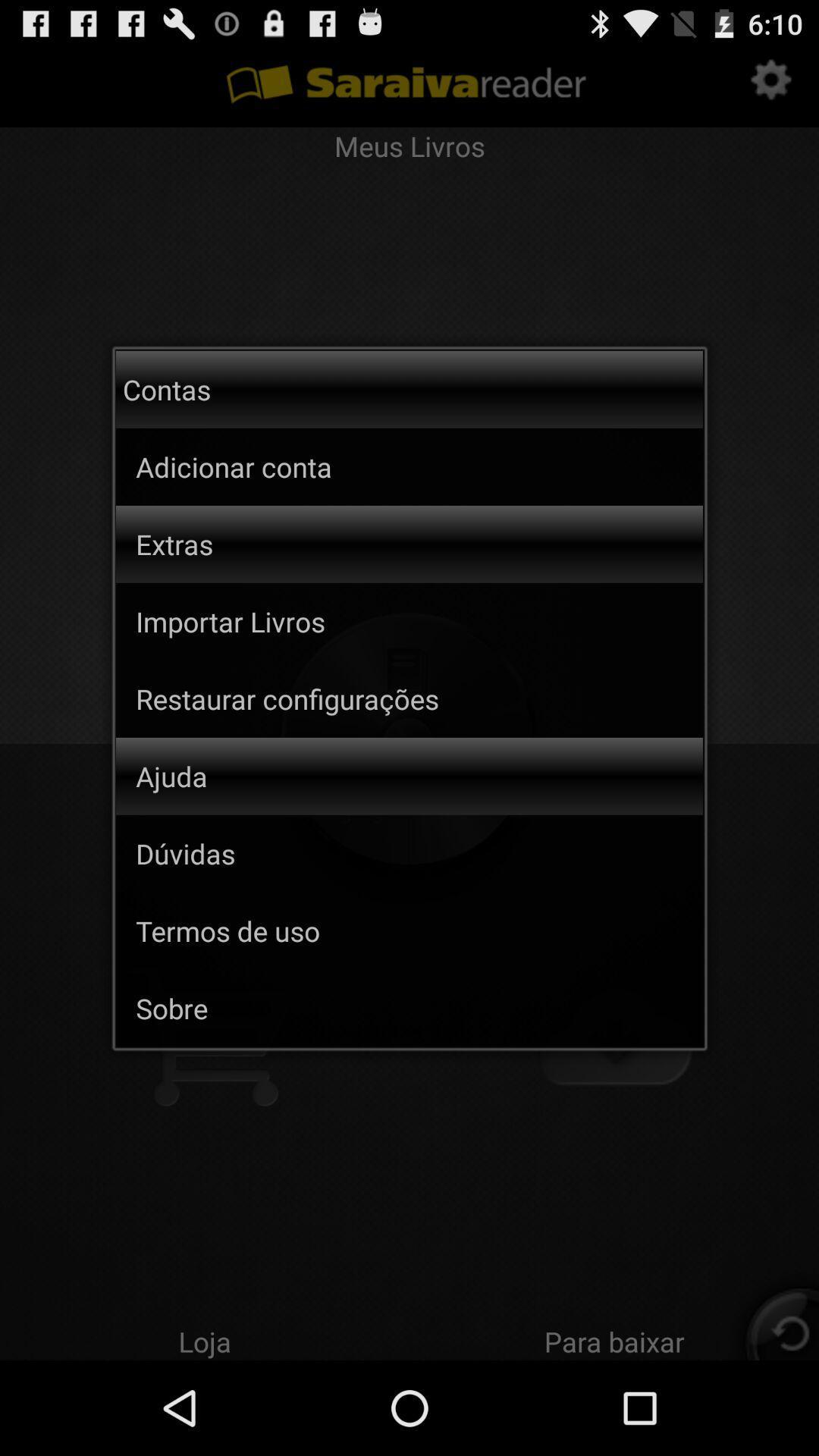 The height and width of the screenshot is (1456, 819). Describe the element at coordinates (295, 466) in the screenshot. I see `adicionar conta                   icon` at that location.